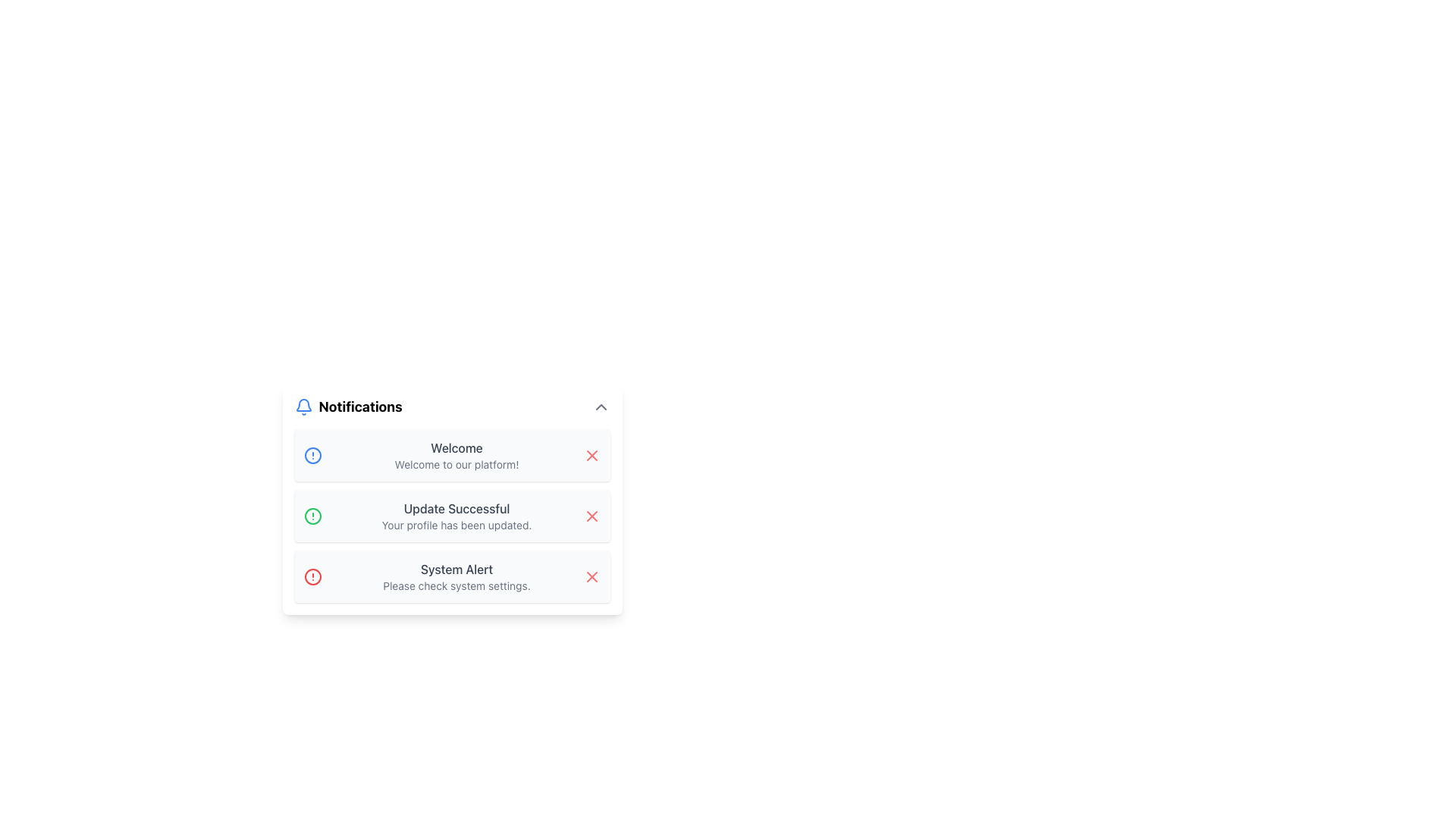 Image resolution: width=1456 pixels, height=819 pixels. I want to click on properties of the close button located at the far right of the 'Update Successful' notification to dismiss it, so click(591, 516).